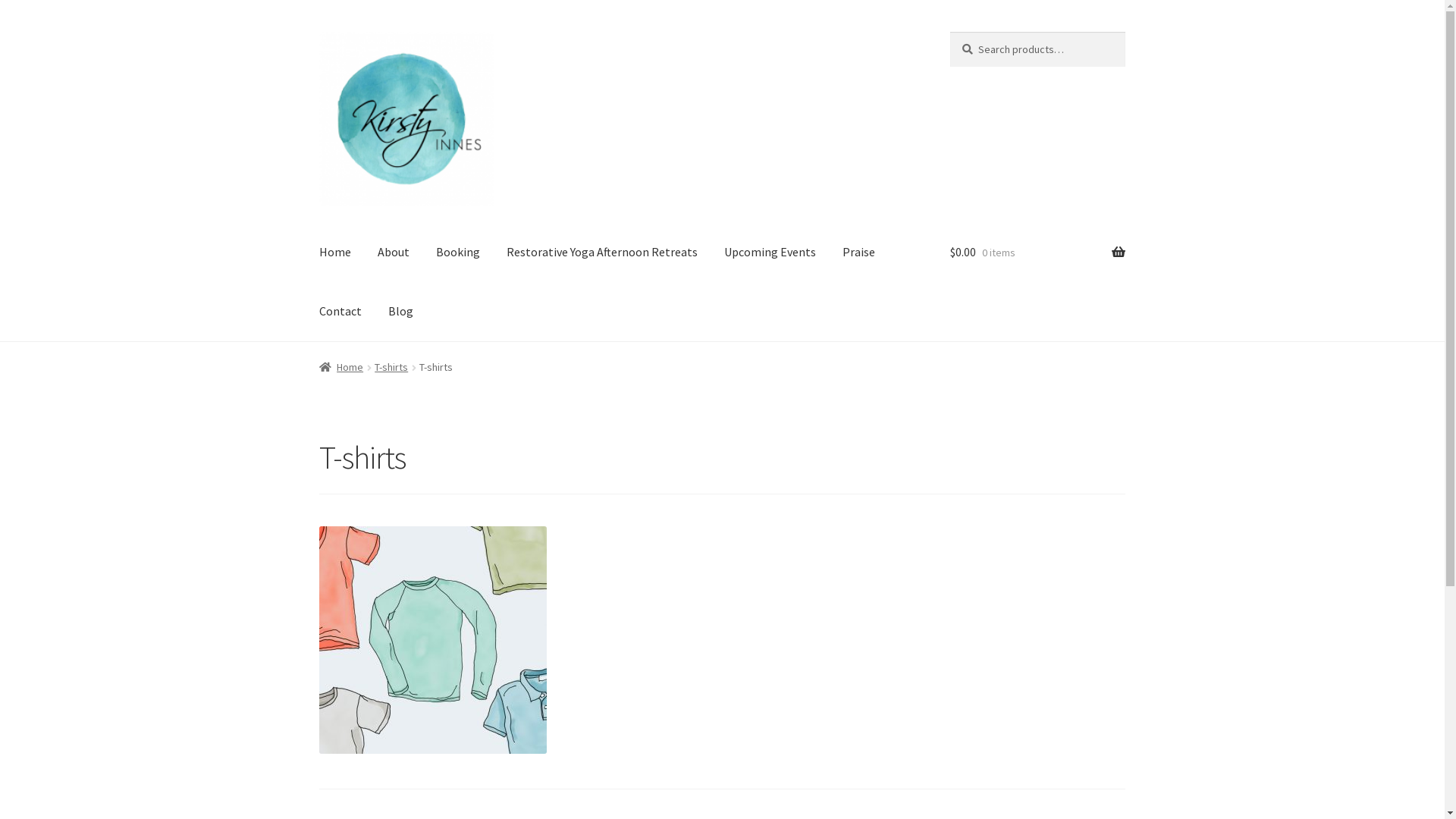  What do you see at coordinates (949, 253) in the screenshot?
I see `'$0.00 0 items'` at bounding box center [949, 253].